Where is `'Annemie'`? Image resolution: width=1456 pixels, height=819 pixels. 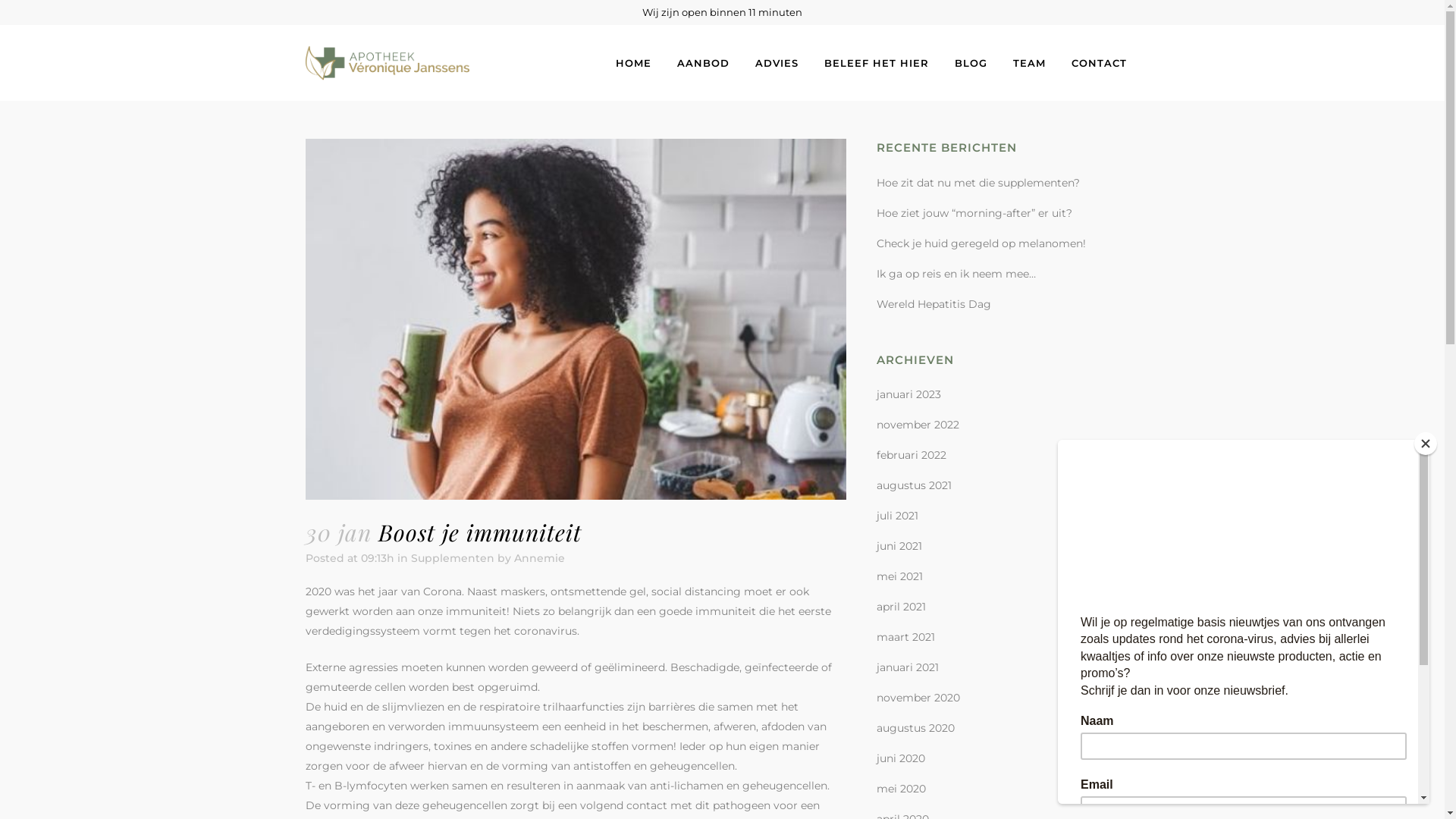
'Annemie' is located at coordinates (539, 558).